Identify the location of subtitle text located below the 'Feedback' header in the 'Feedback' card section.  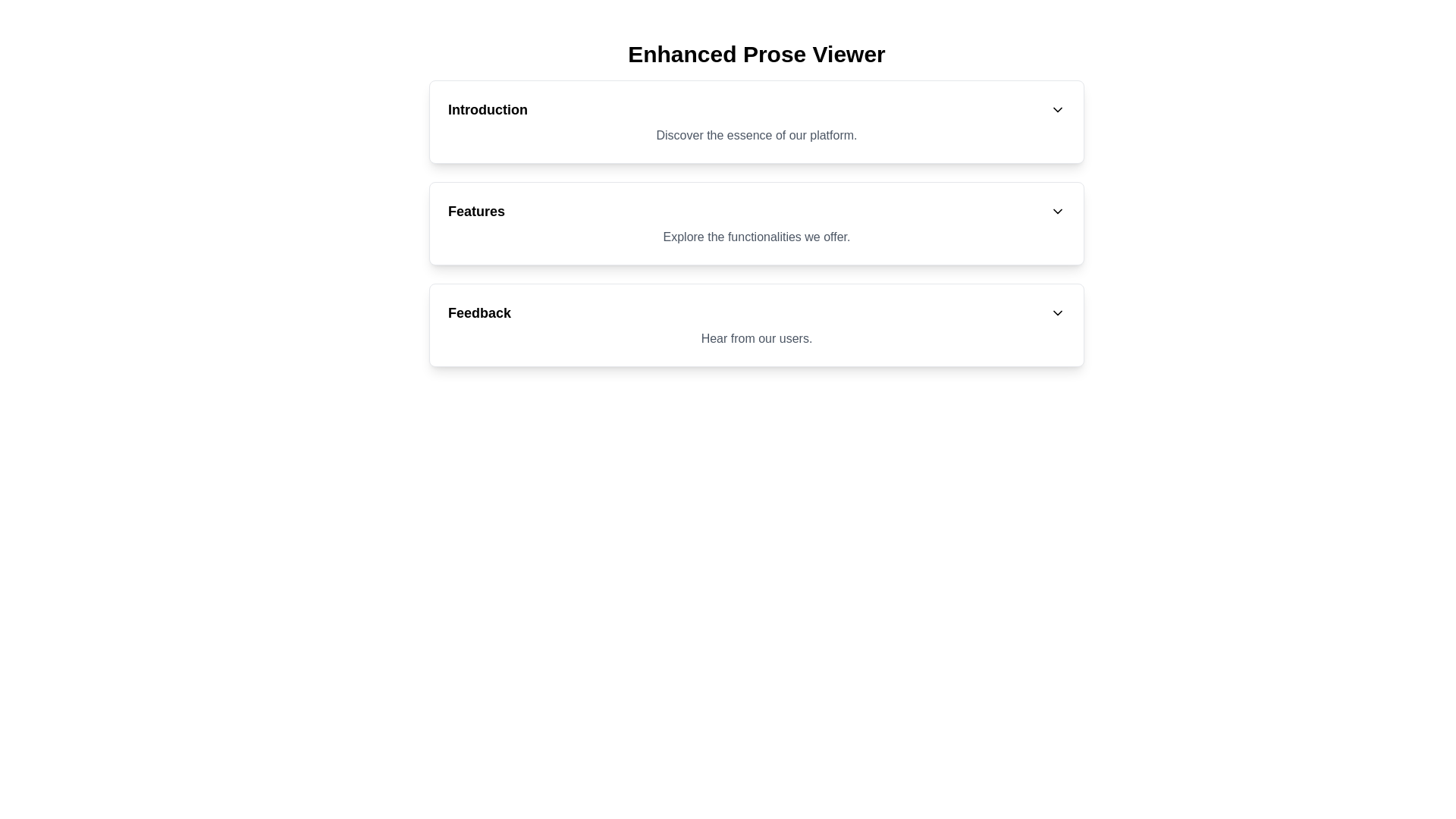
(757, 338).